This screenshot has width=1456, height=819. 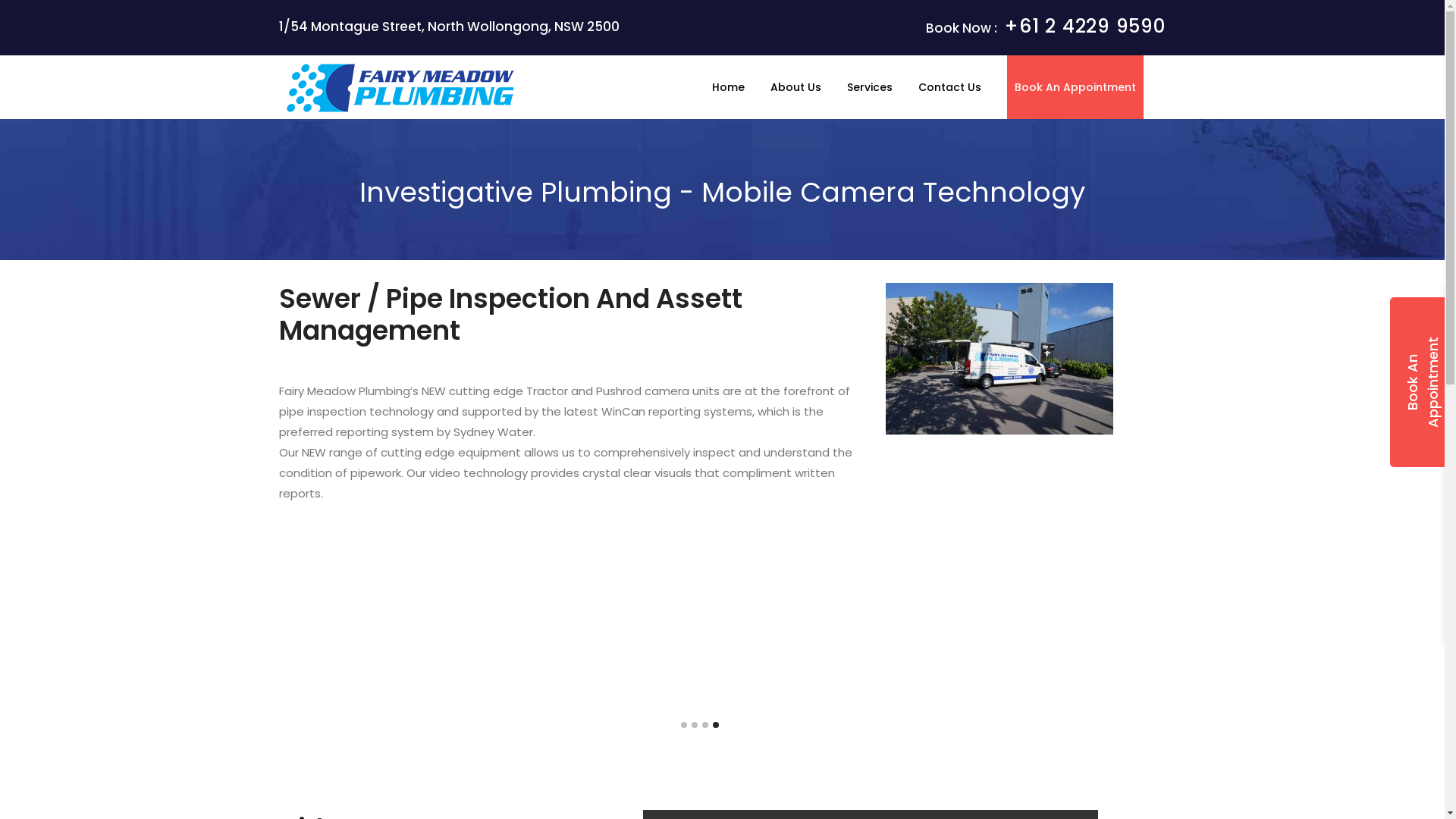 I want to click on 'About Us', so click(x=795, y=87).